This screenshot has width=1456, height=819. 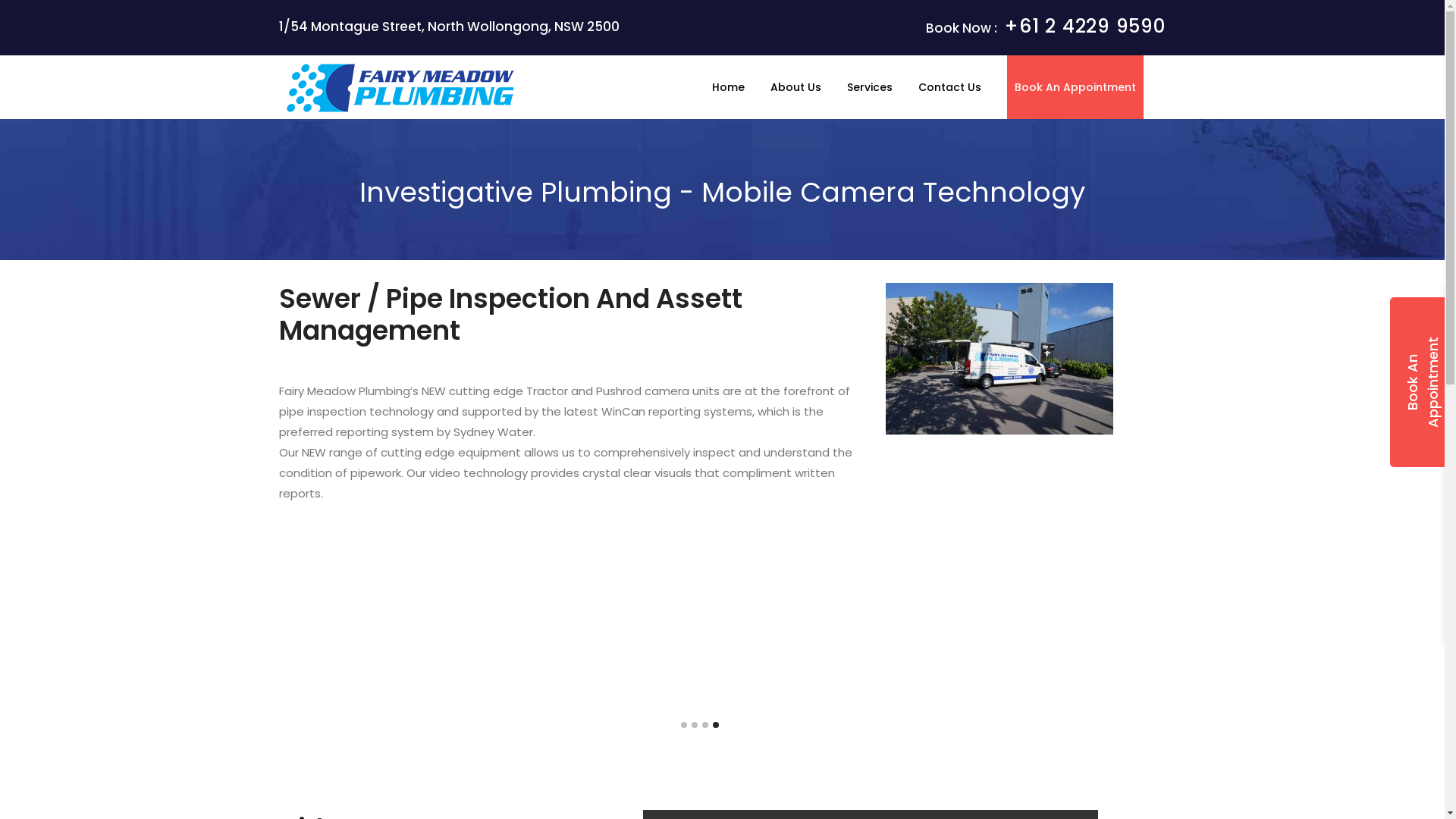 I want to click on 'About Us', so click(x=795, y=87).